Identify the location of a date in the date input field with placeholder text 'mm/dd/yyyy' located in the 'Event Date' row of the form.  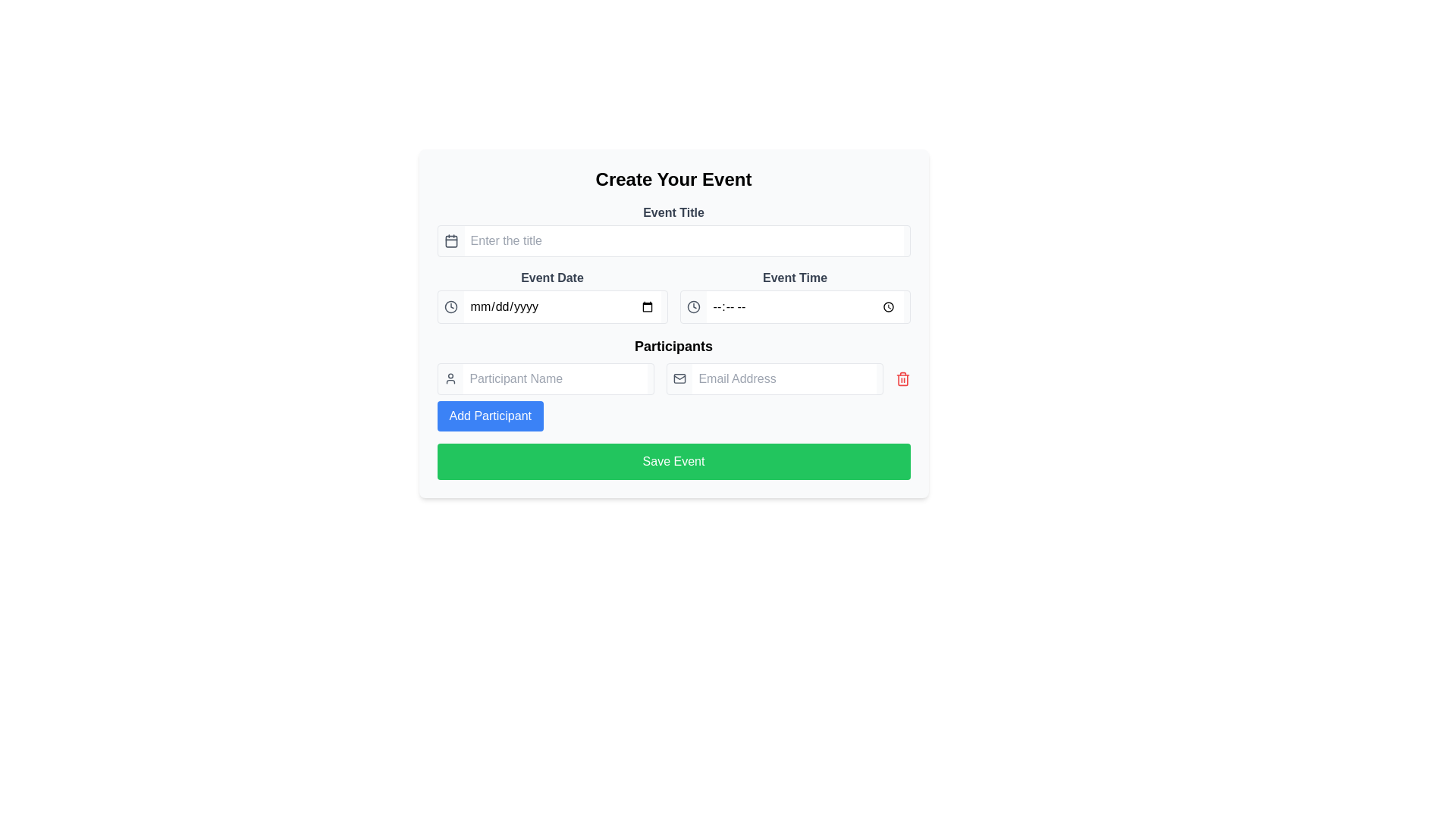
(561, 307).